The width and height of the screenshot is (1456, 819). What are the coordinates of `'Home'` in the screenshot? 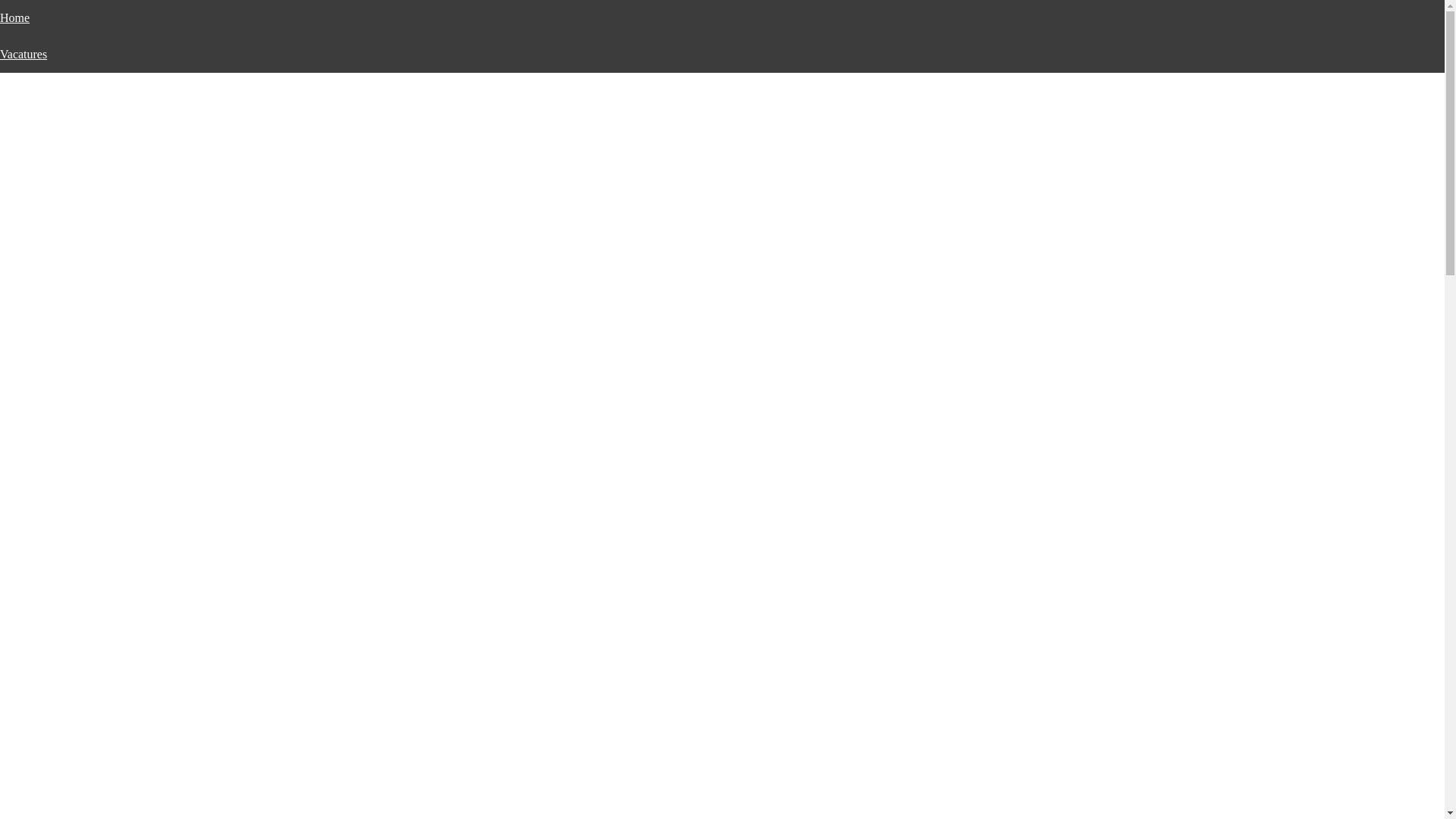 It's located at (14, 17).